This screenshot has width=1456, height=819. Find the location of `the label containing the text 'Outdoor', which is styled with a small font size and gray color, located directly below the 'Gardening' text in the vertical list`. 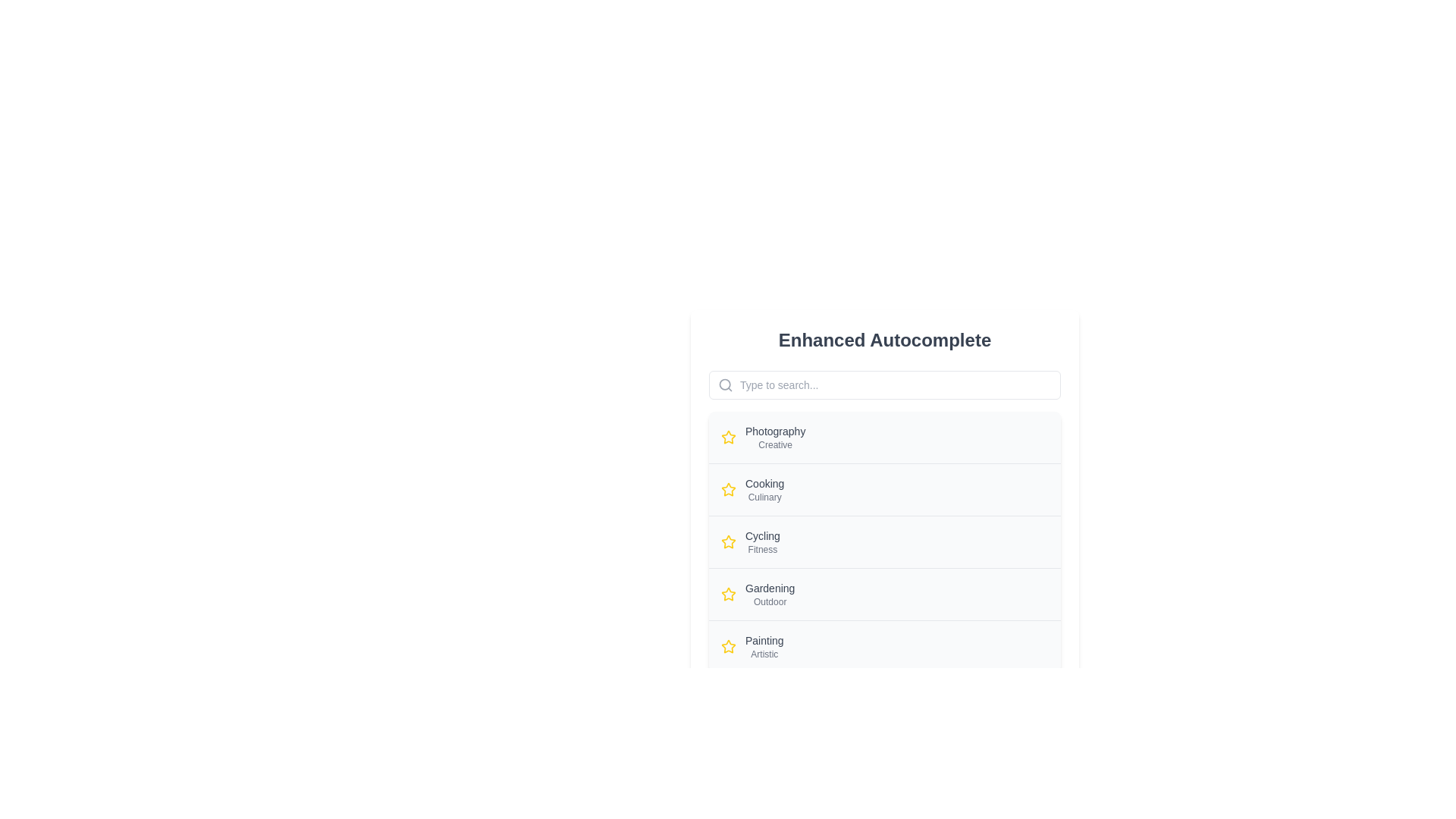

the label containing the text 'Outdoor', which is styled with a small font size and gray color, located directly below the 'Gardening' text in the vertical list is located at coordinates (770, 601).